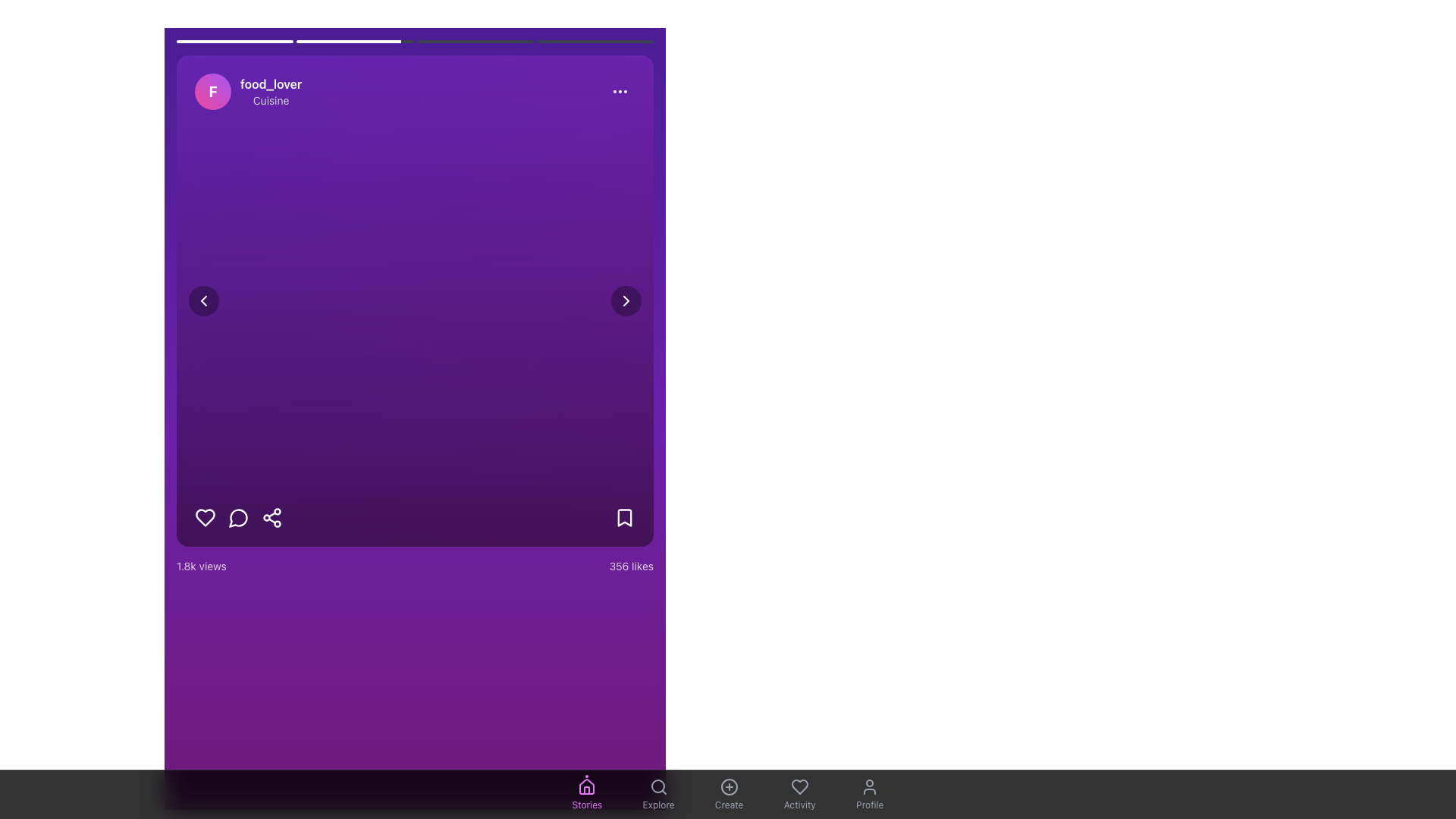 The width and height of the screenshot is (1456, 819). Describe the element at coordinates (237, 517) in the screenshot. I see `the circular speech bubble icon located near the bottom left of the interface` at that location.